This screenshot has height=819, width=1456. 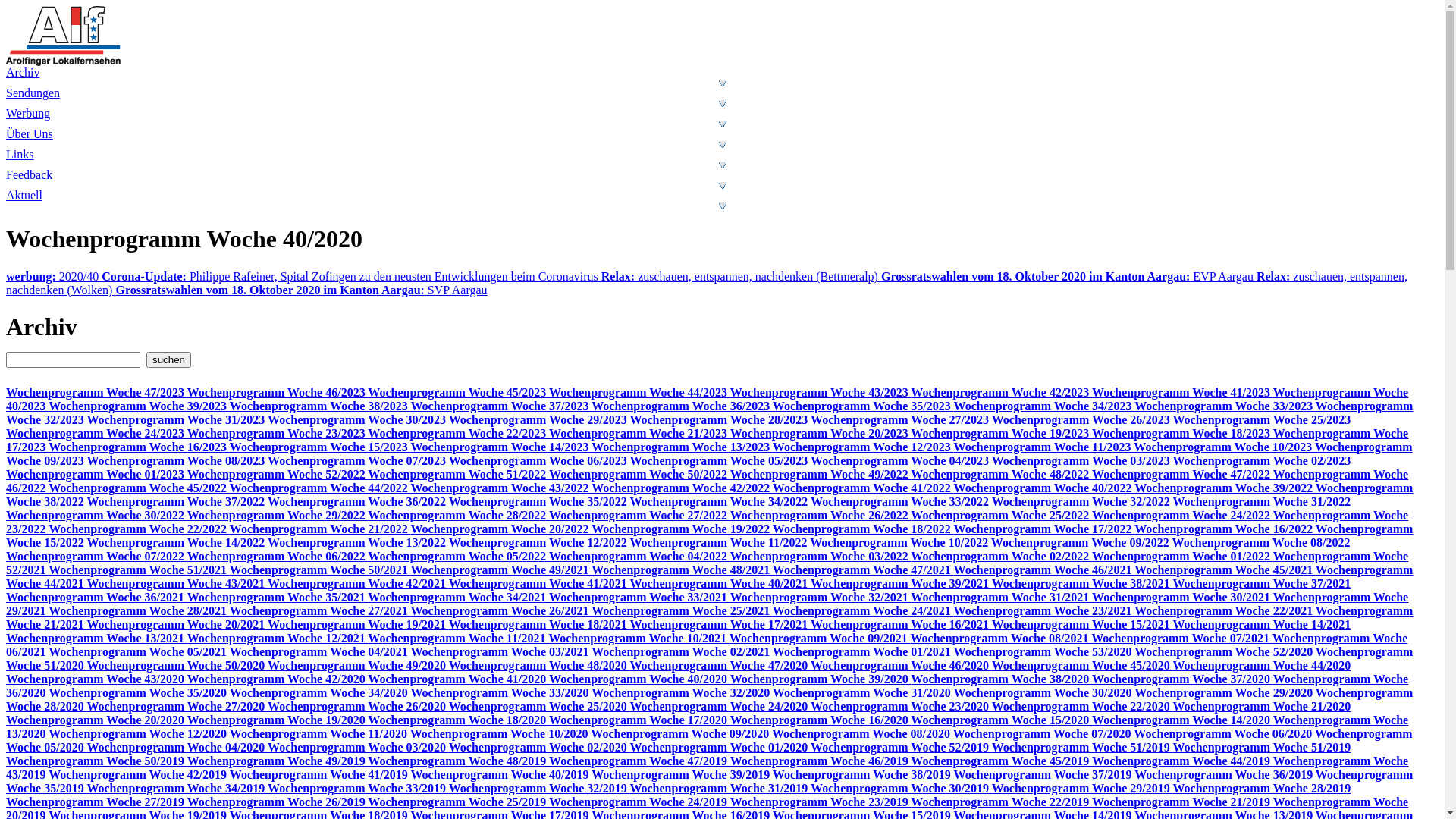 What do you see at coordinates (139, 405) in the screenshot?
I see `'Wochenprogramm Woche 39/2023'` at bounding box center [139, 405].